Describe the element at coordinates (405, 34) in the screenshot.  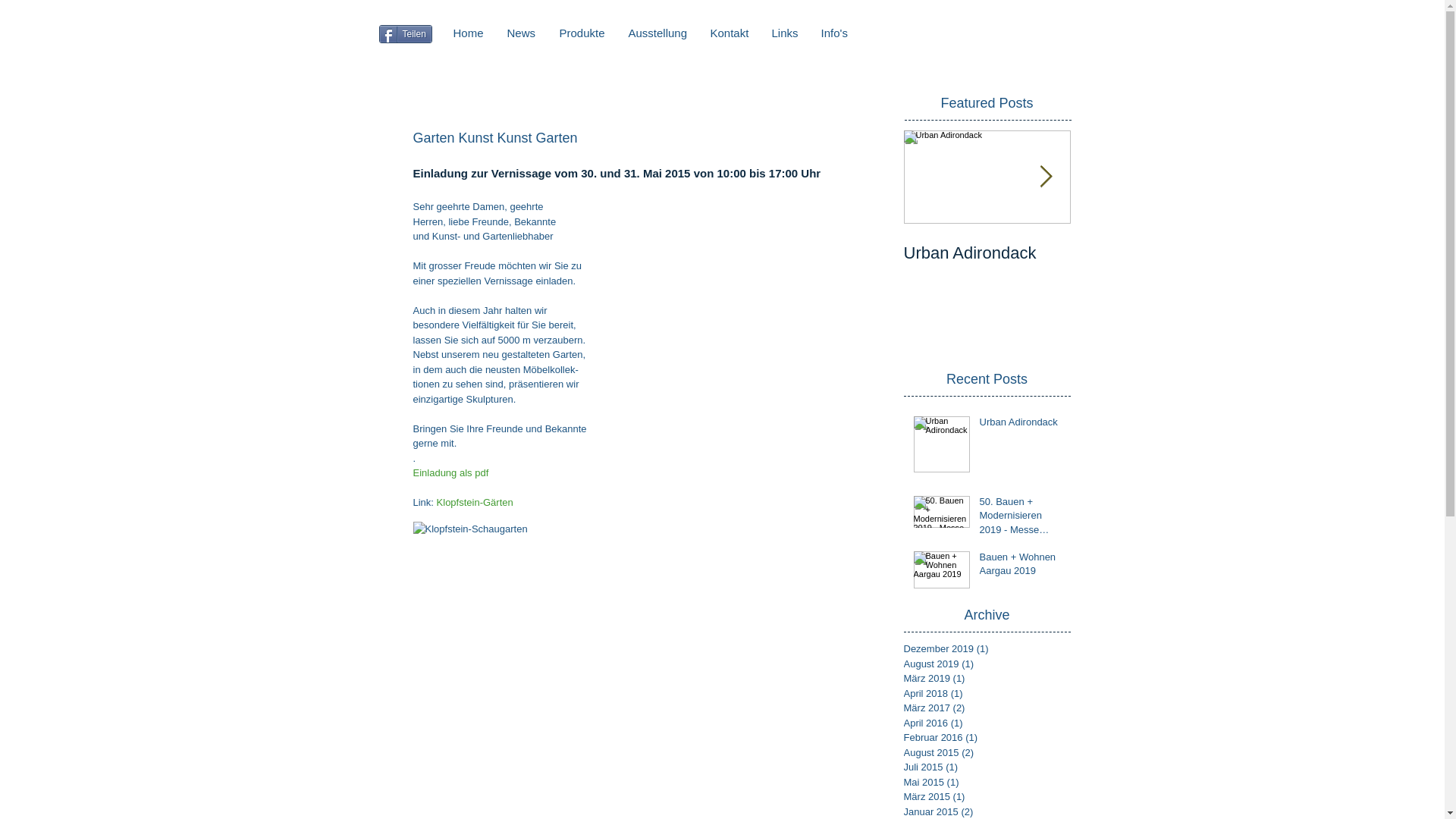
I see `'Teilen'` at that location.